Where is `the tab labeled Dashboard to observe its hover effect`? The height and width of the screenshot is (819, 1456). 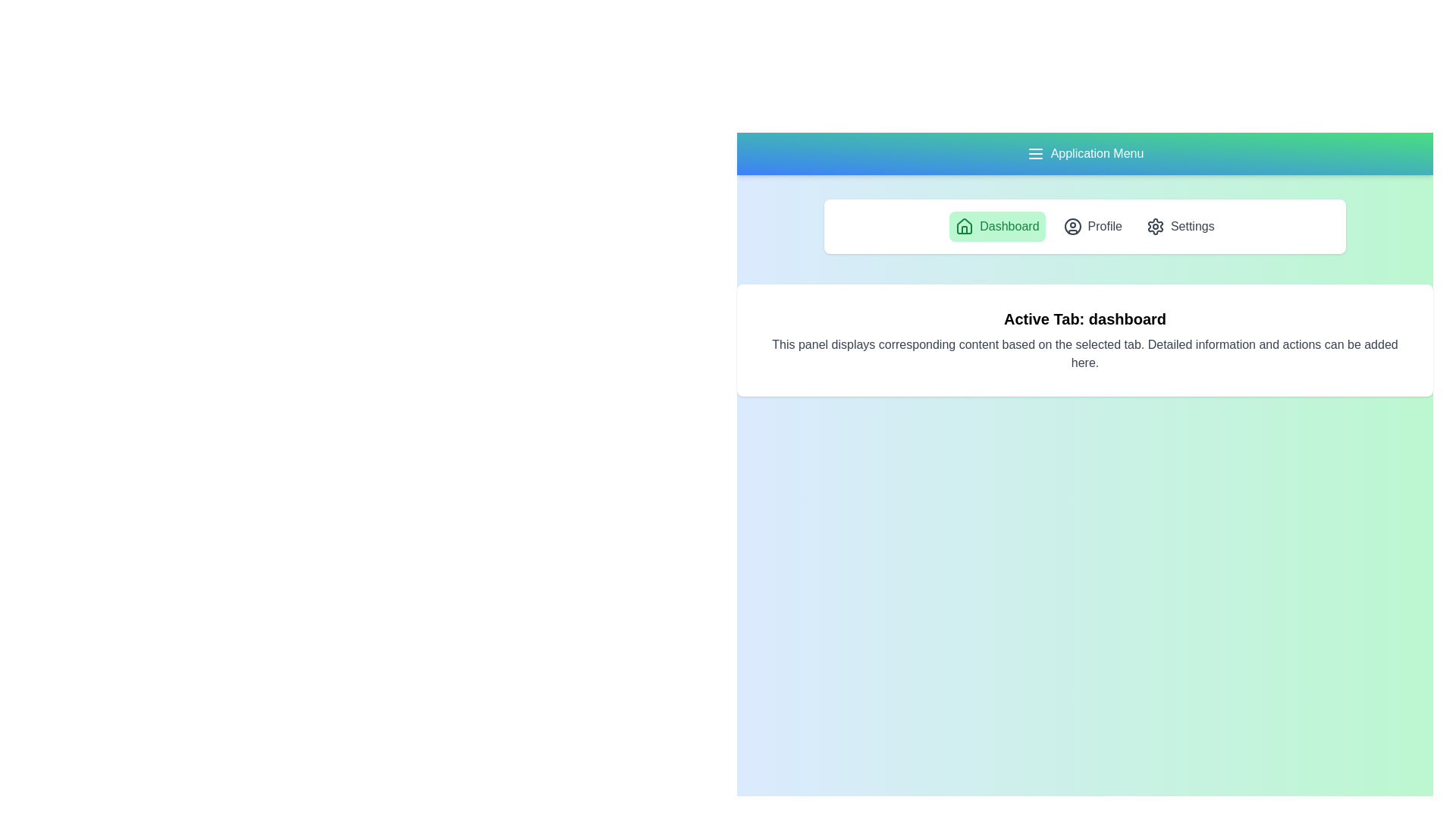
the tab labeled Dashboard to observe its hover effect is located at coordinates (997, 227).